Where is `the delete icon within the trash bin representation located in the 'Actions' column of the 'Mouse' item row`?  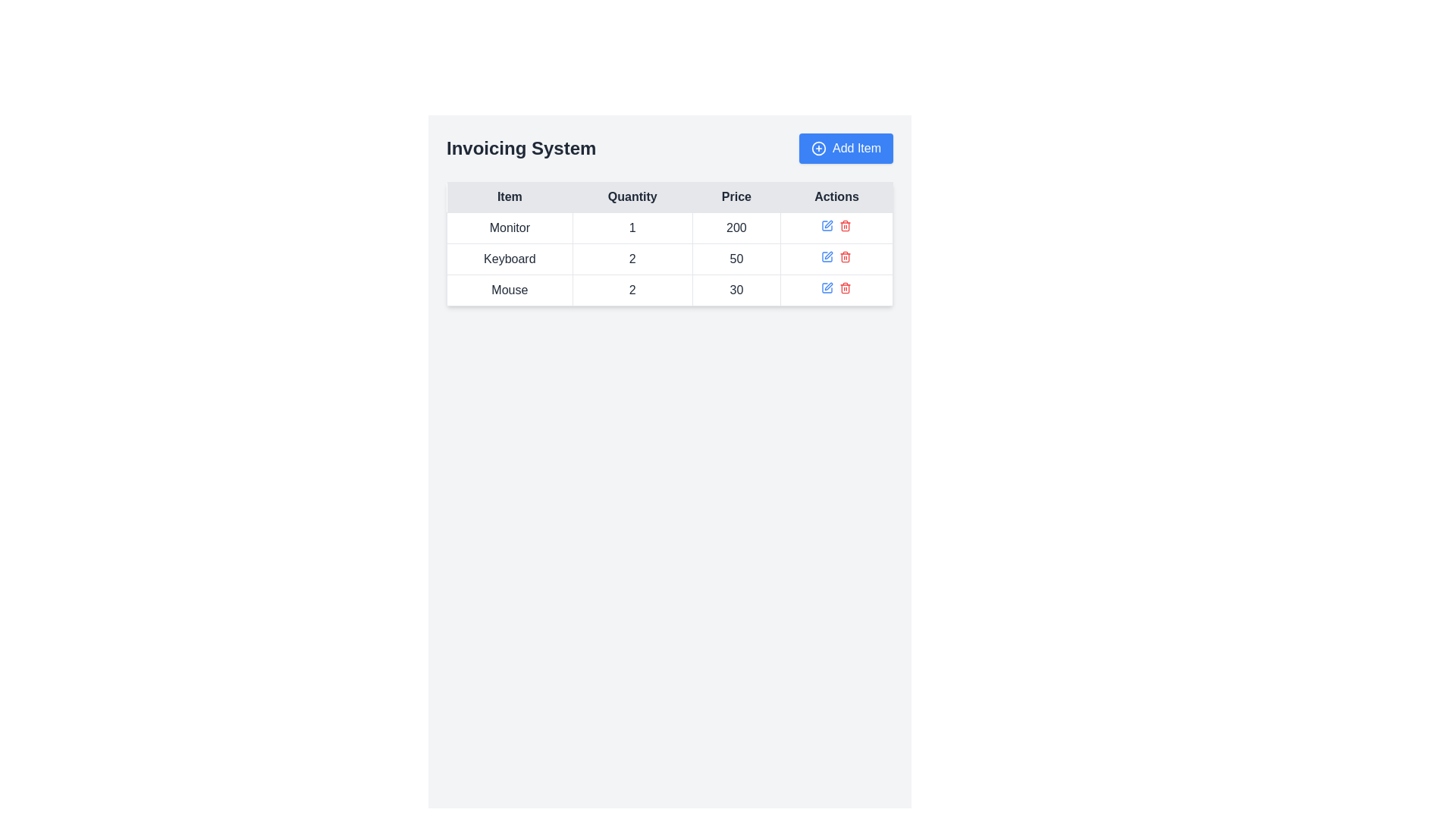
the delete icon within the trash bin representation located in the 'Actions' column of the 'Mouse' item row is located at coordinates (845, 289).